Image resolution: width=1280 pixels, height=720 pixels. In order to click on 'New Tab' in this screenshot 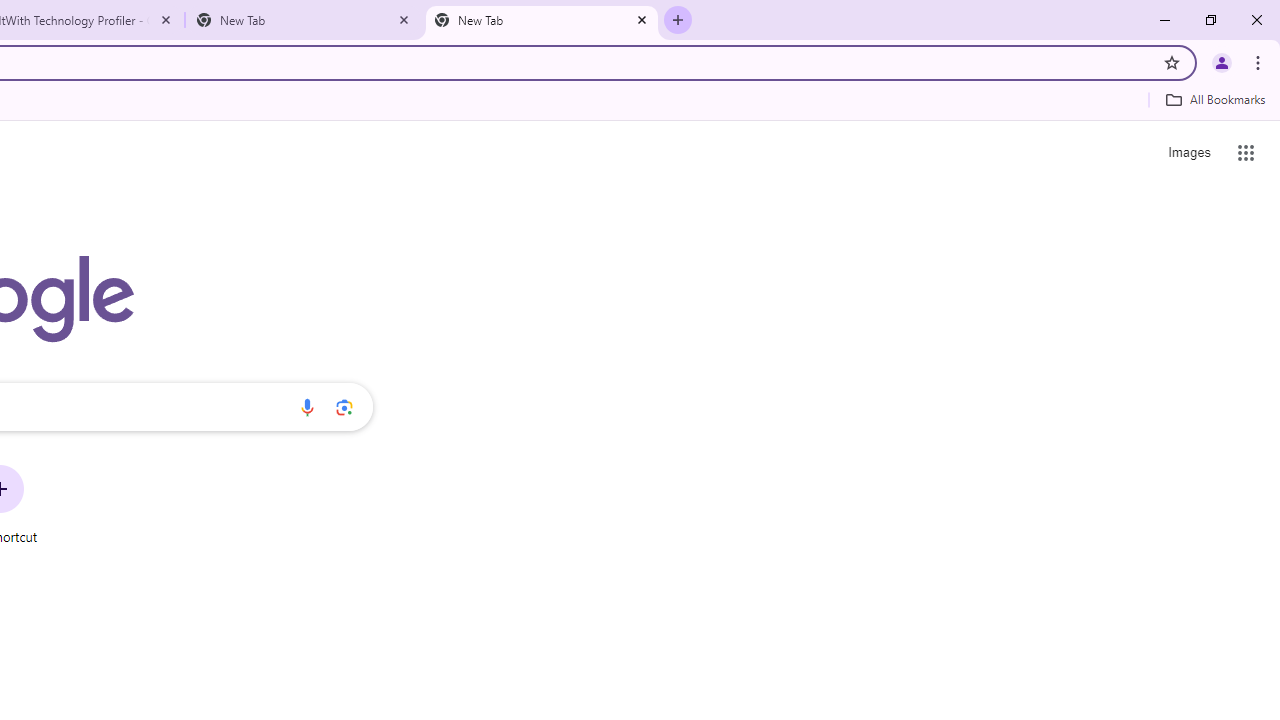, I will do `click(303, 20)`.